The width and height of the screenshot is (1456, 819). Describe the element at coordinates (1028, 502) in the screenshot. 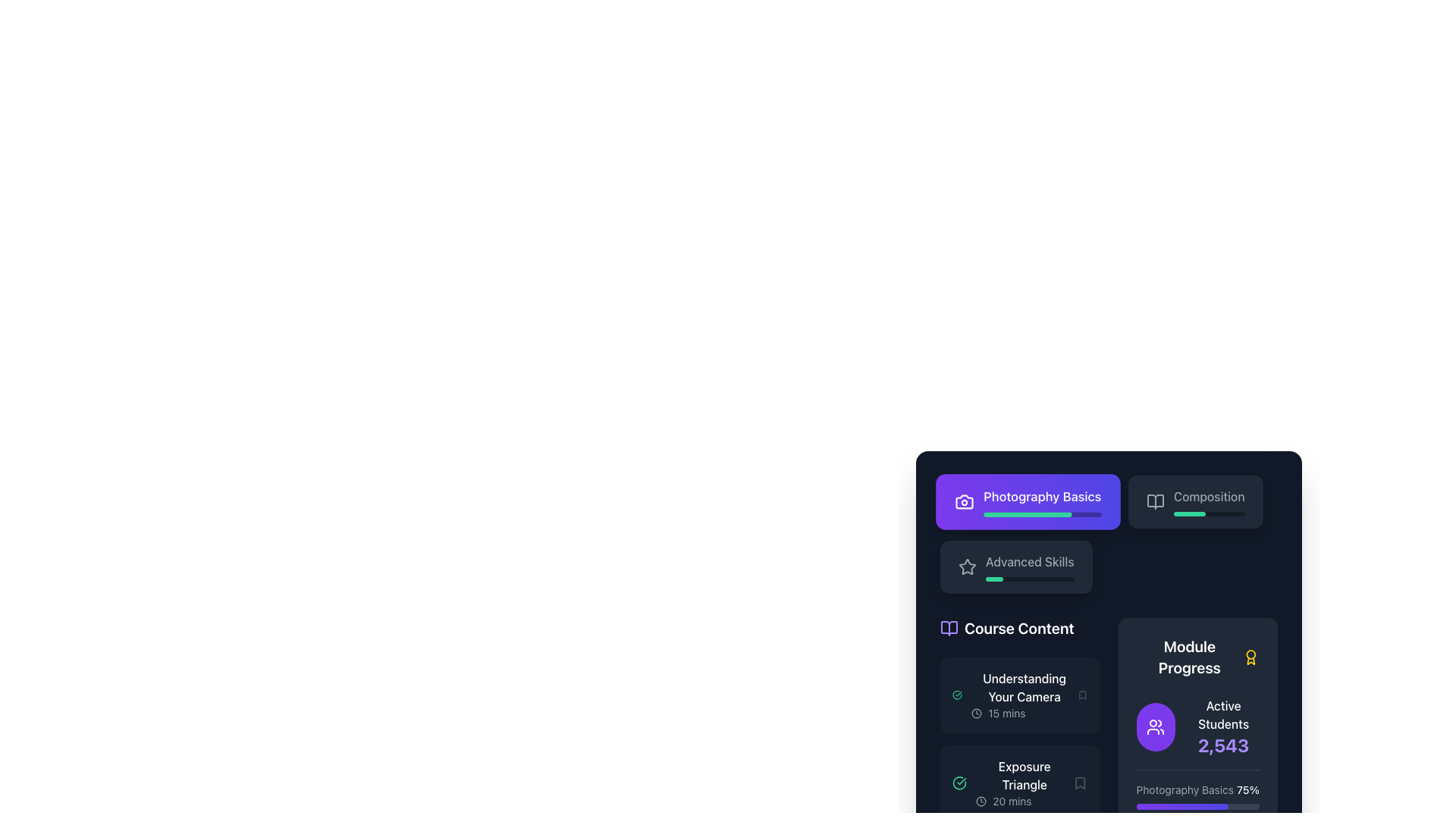

I see `the leftmost button labeled 'Photography Basics' in the row of buttons, which is positioned slightly right of center in the upper section of the interface` at that location.